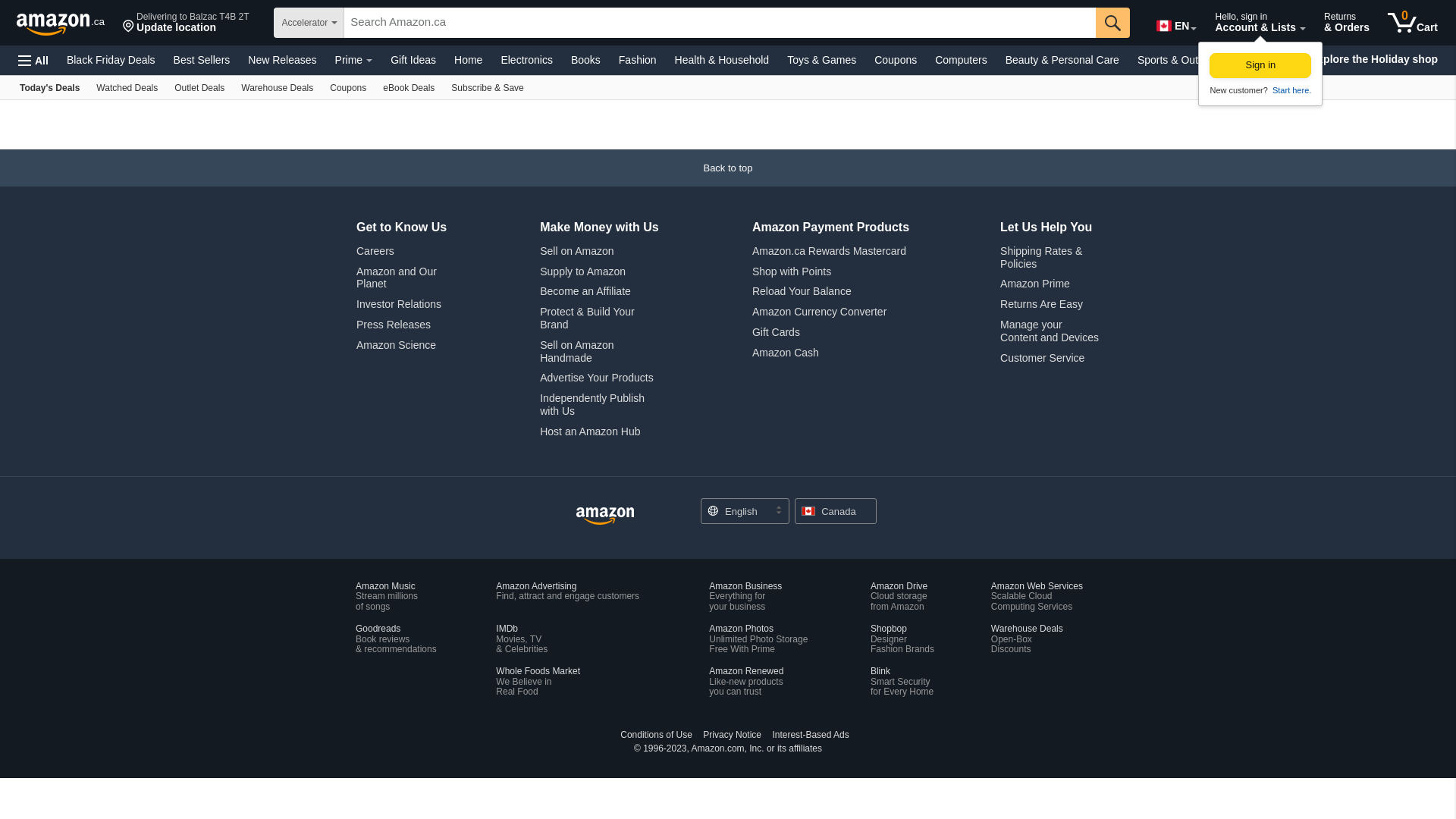 The height and width of the screenshot is (819, 1456). I want to click on 'Investor Relations', so click(399, 304).